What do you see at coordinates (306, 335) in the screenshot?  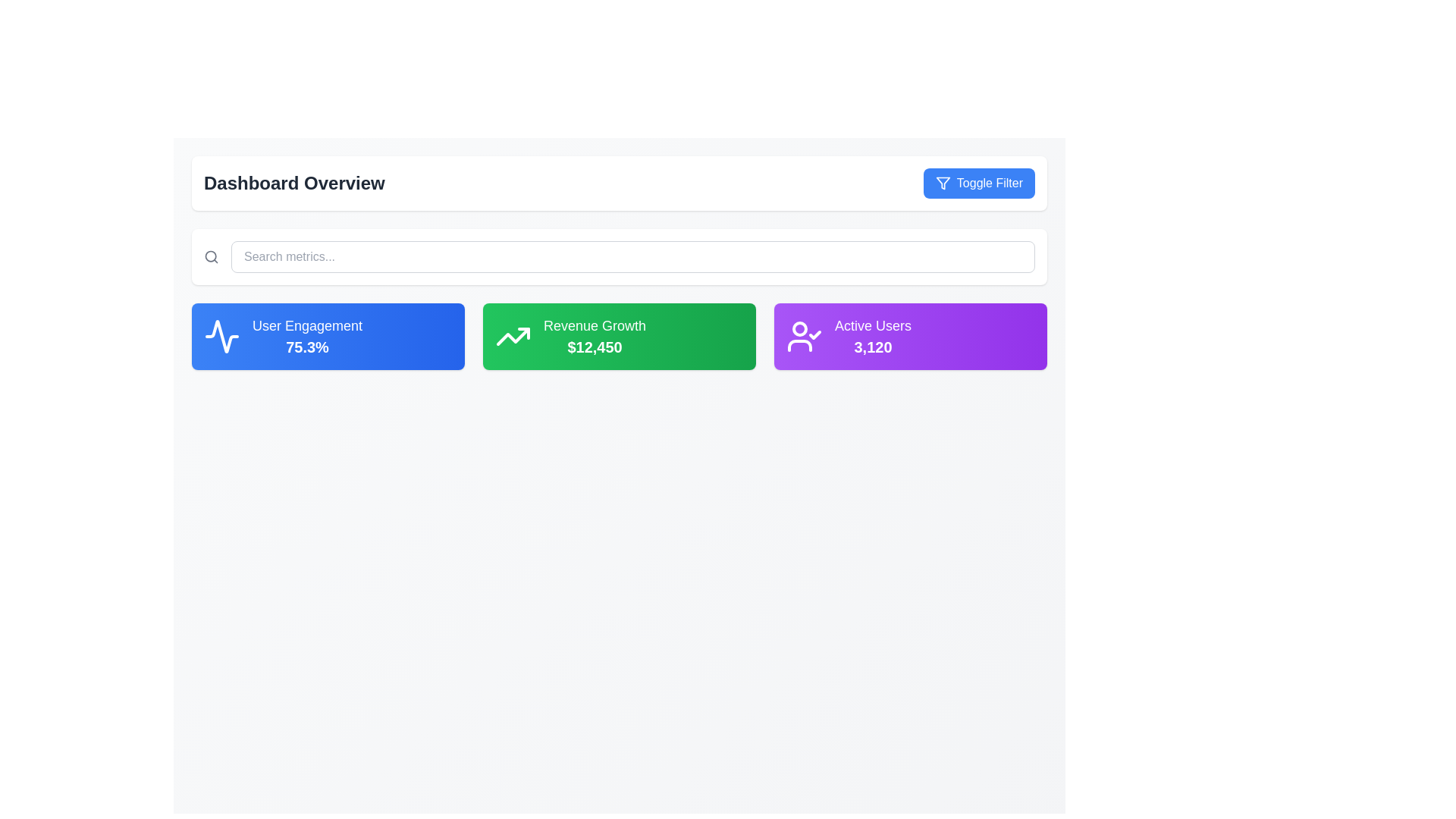 I see `the metric displayed on the 'User Engagement' Display Card, which shows '75.3%' in bold text over a blue gradient background` at bounding box center [306, 335].